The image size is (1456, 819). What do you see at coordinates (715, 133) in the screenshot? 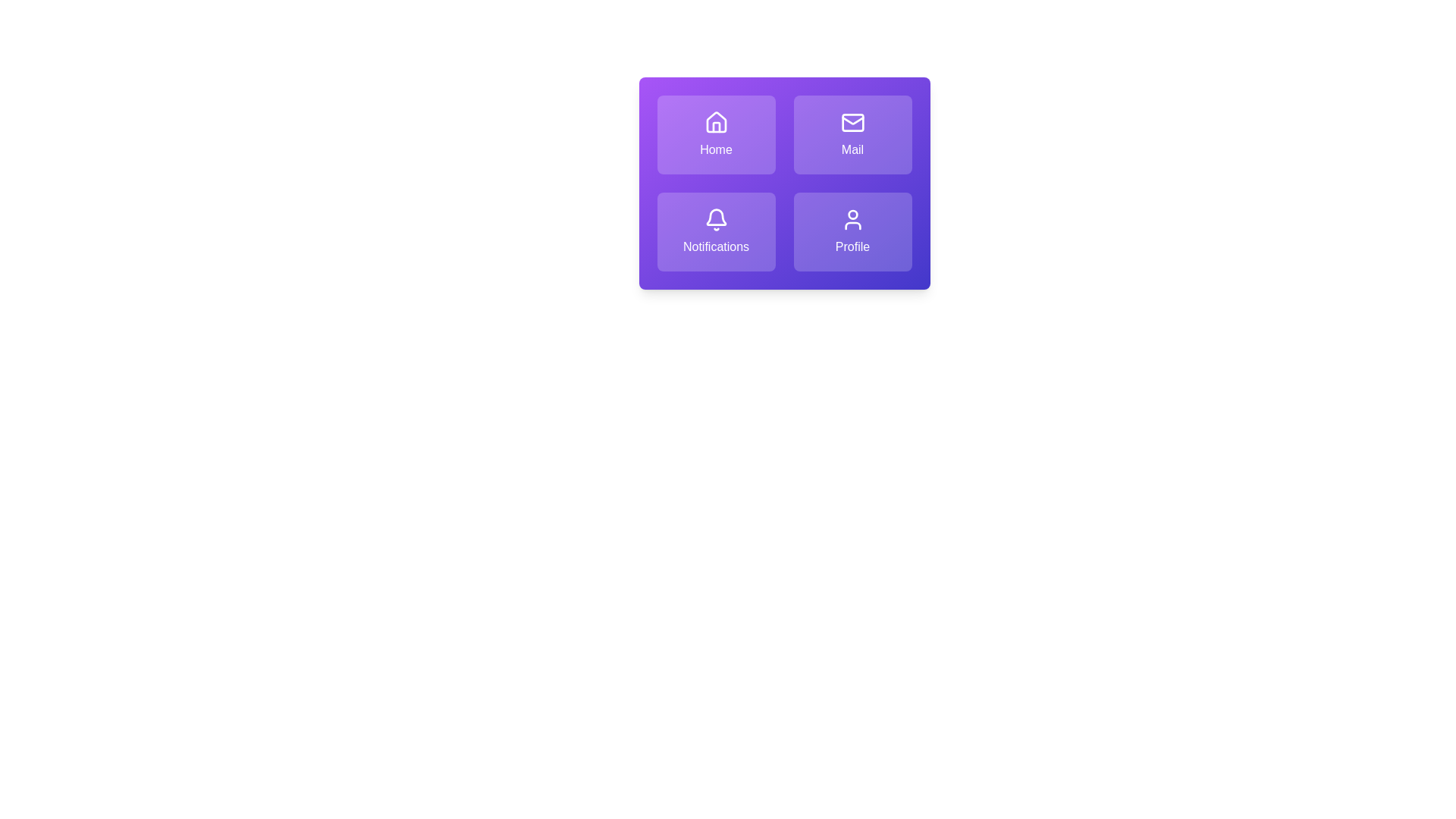
I see `the tile labeled Home to activate its action` at bounding box center [715, 133].